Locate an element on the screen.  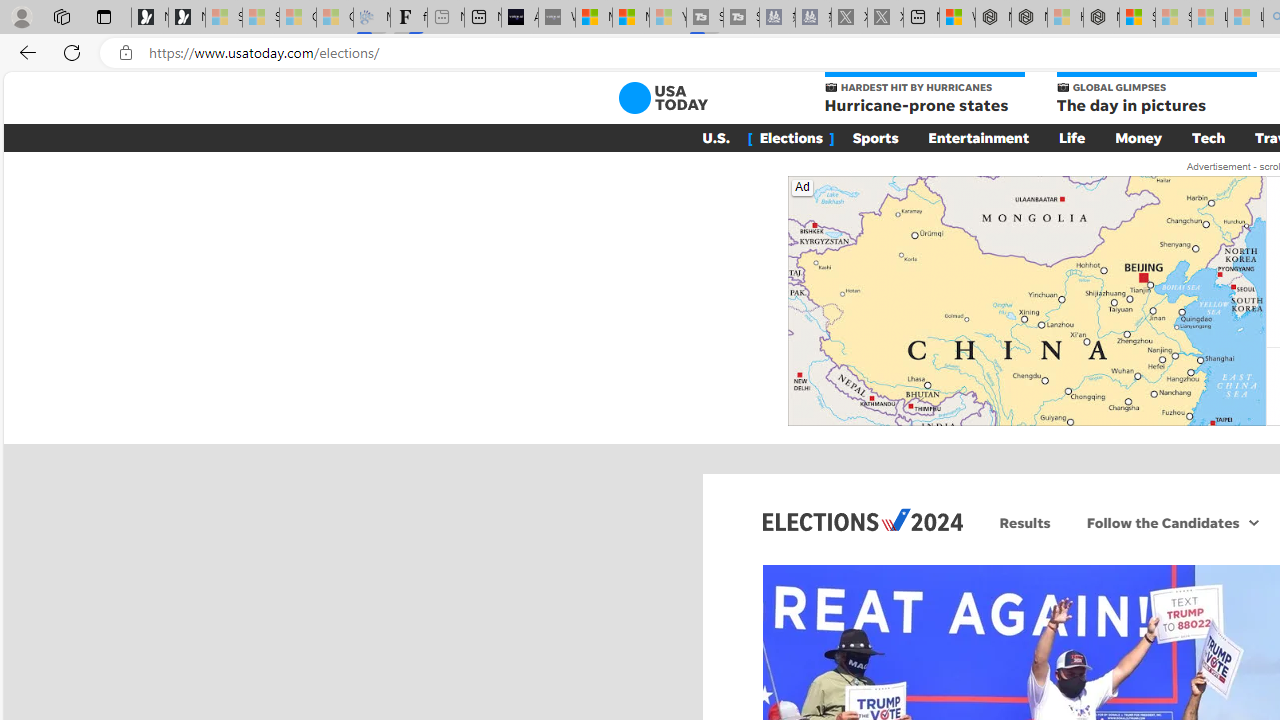
'Microsoft Start Sports' is located at coordinates (592, 17).